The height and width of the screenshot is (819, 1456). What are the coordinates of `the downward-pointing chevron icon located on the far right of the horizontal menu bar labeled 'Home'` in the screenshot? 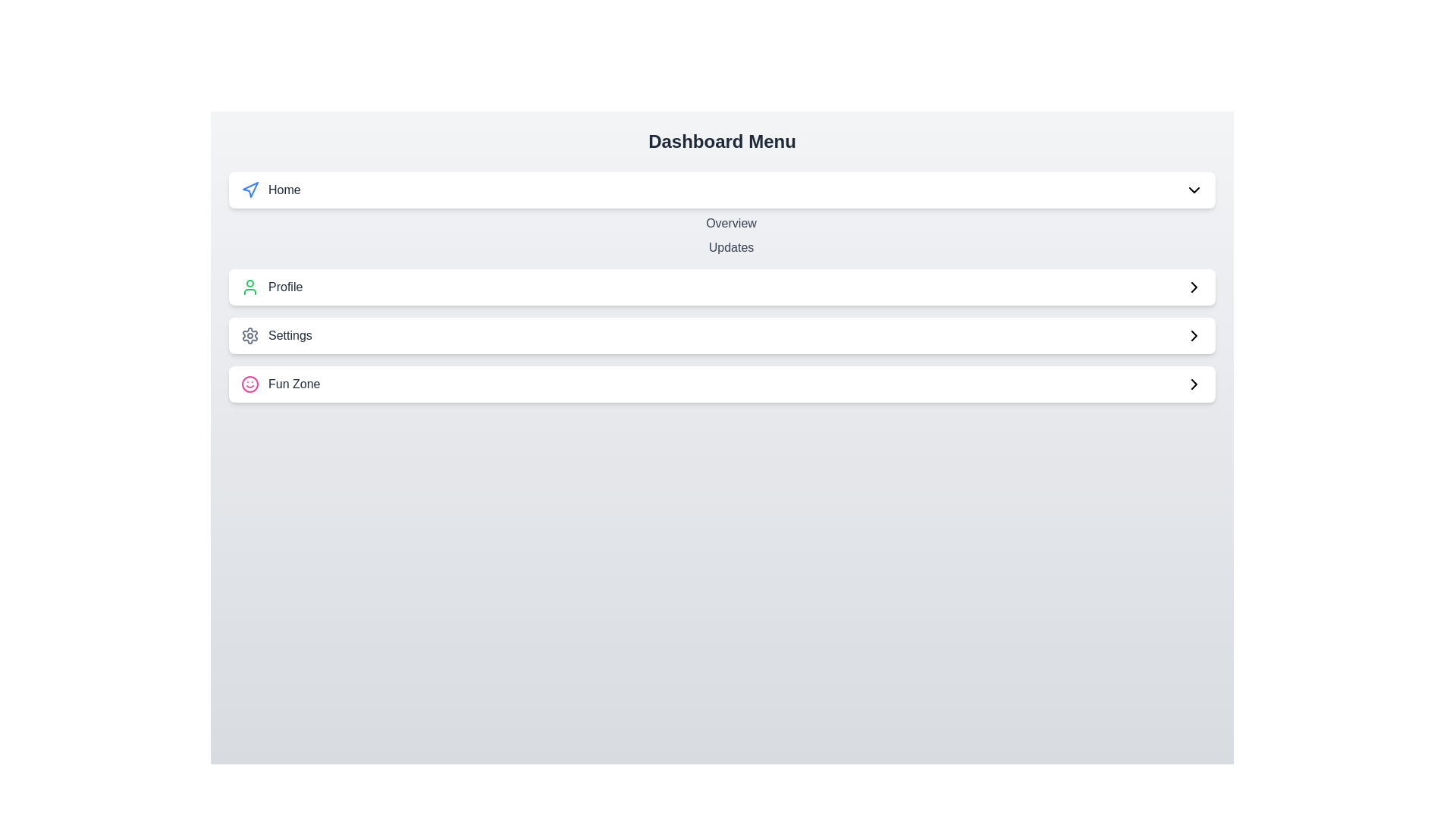 It's located at (1193, 189).